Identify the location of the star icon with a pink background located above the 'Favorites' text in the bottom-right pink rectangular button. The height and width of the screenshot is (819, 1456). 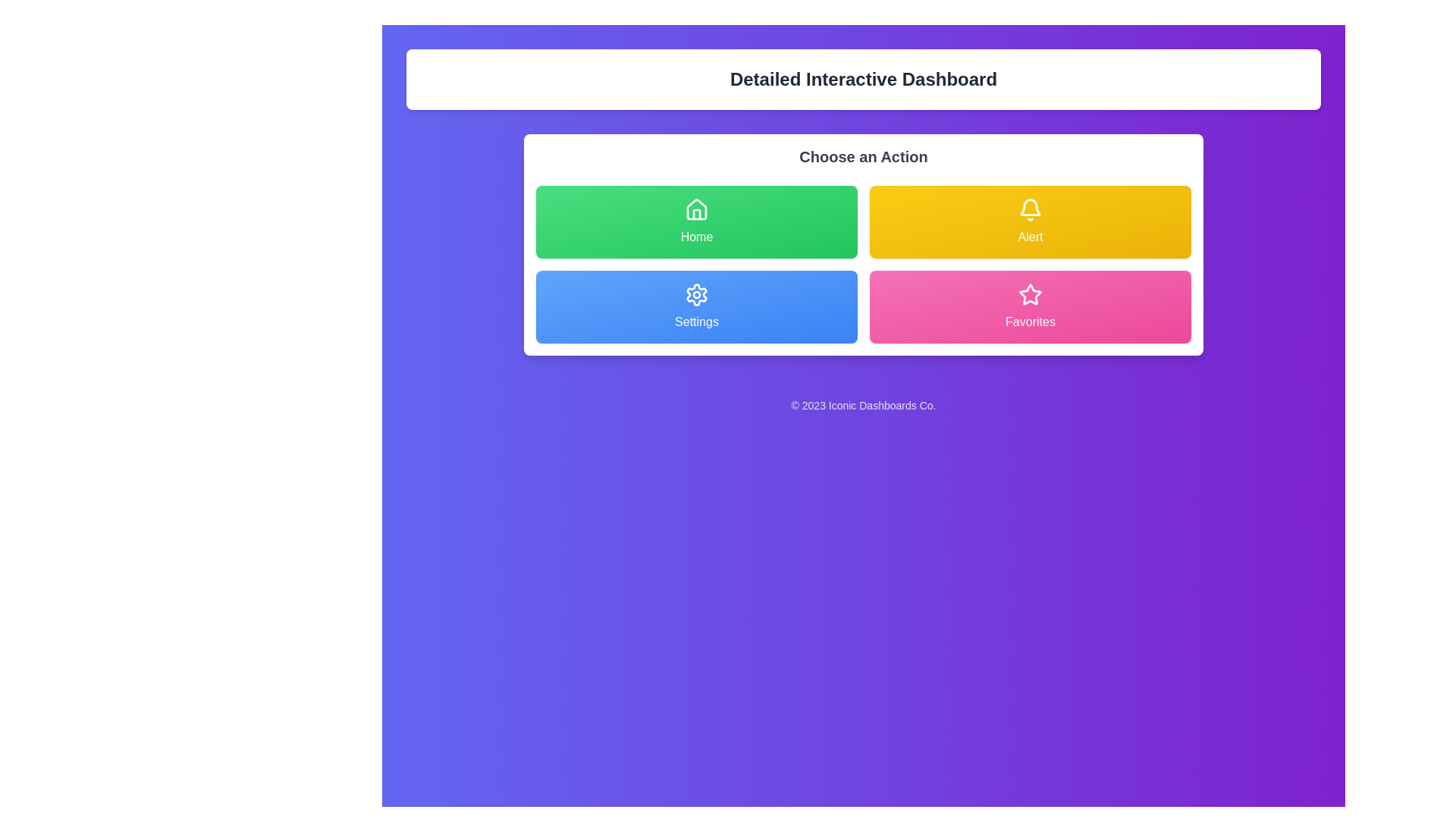
(1030, 295).